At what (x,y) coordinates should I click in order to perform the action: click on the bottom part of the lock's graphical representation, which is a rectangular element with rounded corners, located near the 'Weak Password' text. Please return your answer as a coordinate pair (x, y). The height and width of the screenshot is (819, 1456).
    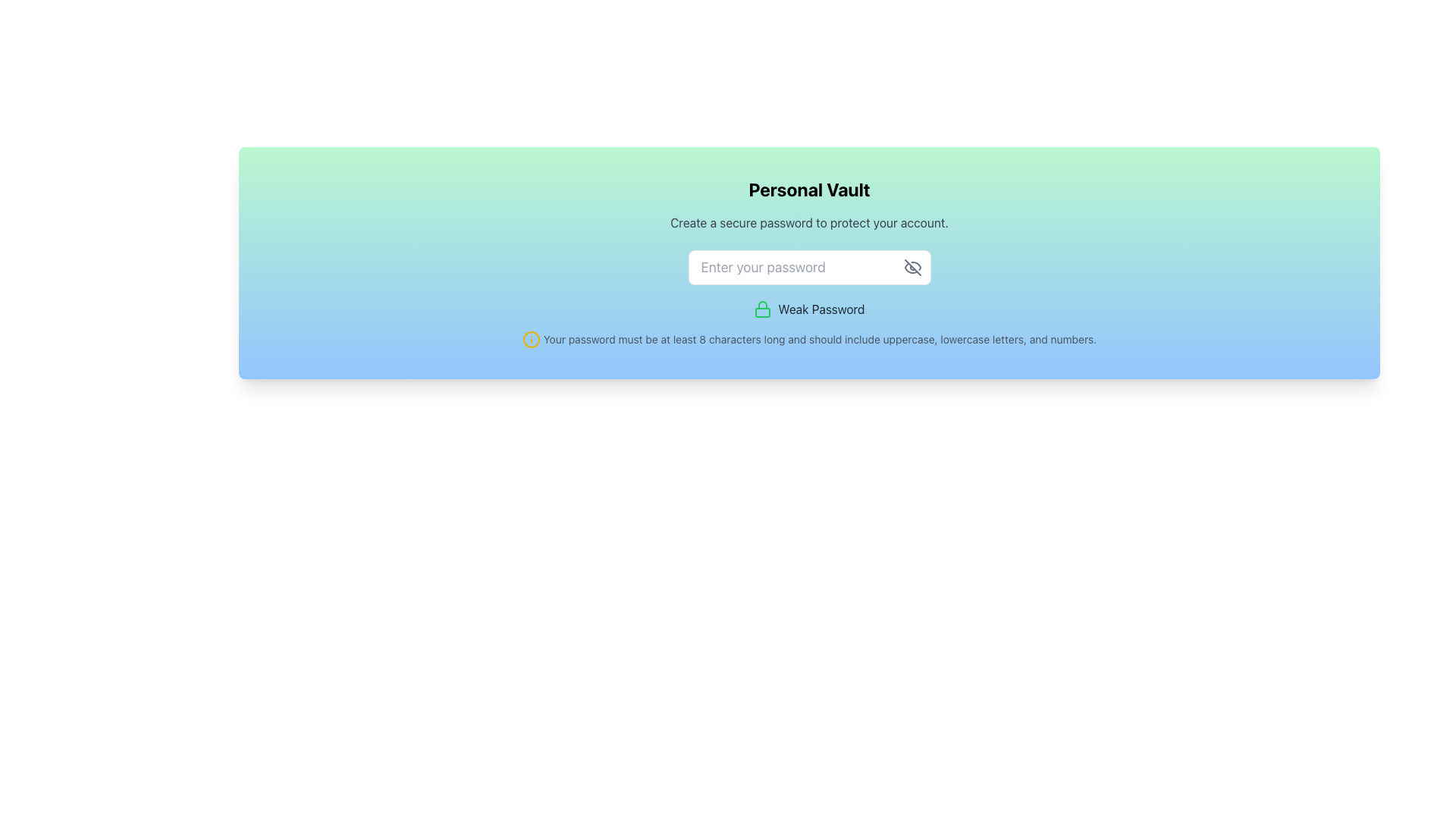
    Looking at the image, I should click on (763, 312).